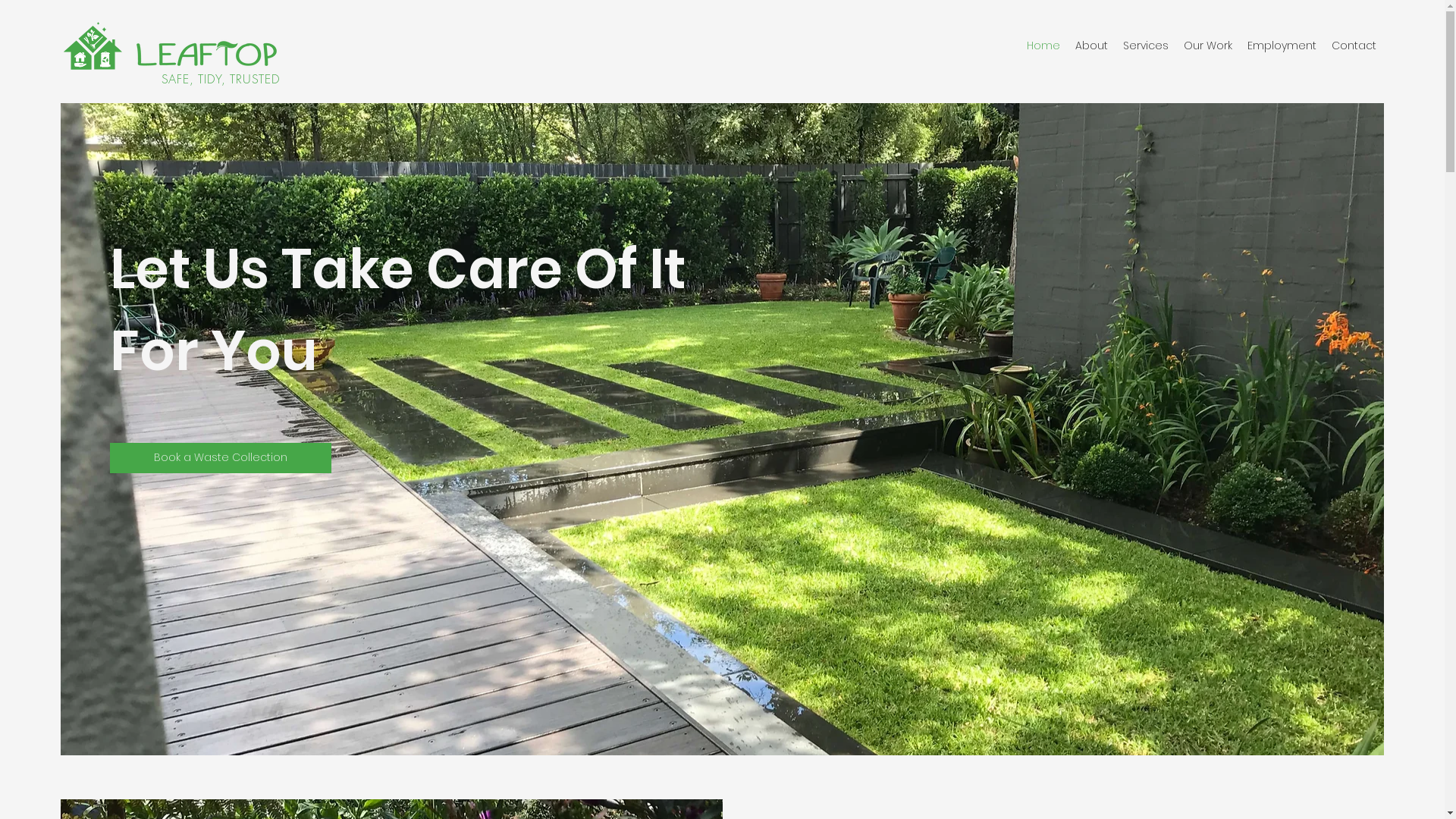 The width and height of the screenshot is (1456, 819). Describe the element at coordinates (1146, 45) in the screenshot. I see `'Services'` at that location.